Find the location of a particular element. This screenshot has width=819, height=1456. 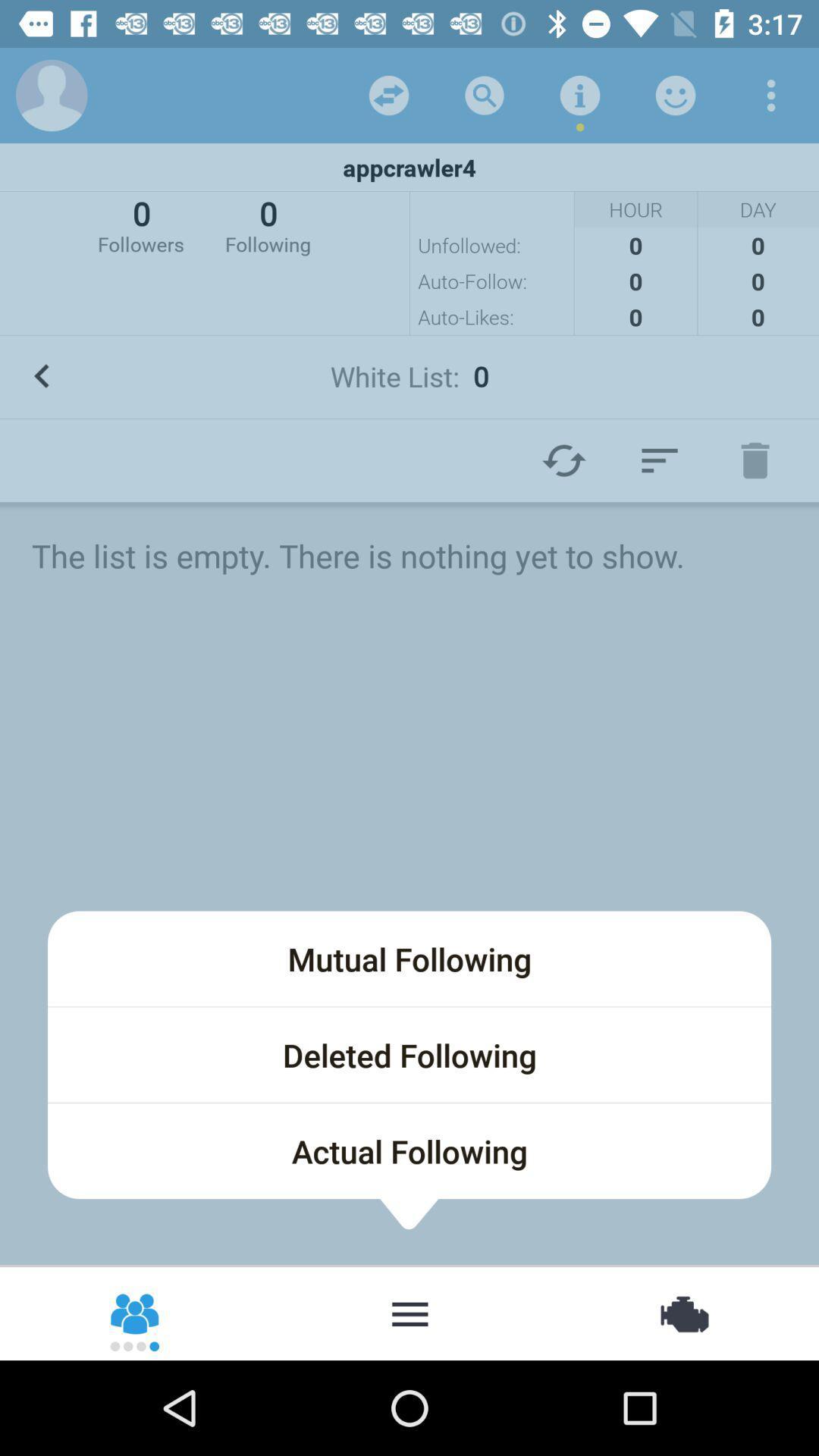

mutual following deleted following and actual following share with friends is located at coordinates (135, 1312).